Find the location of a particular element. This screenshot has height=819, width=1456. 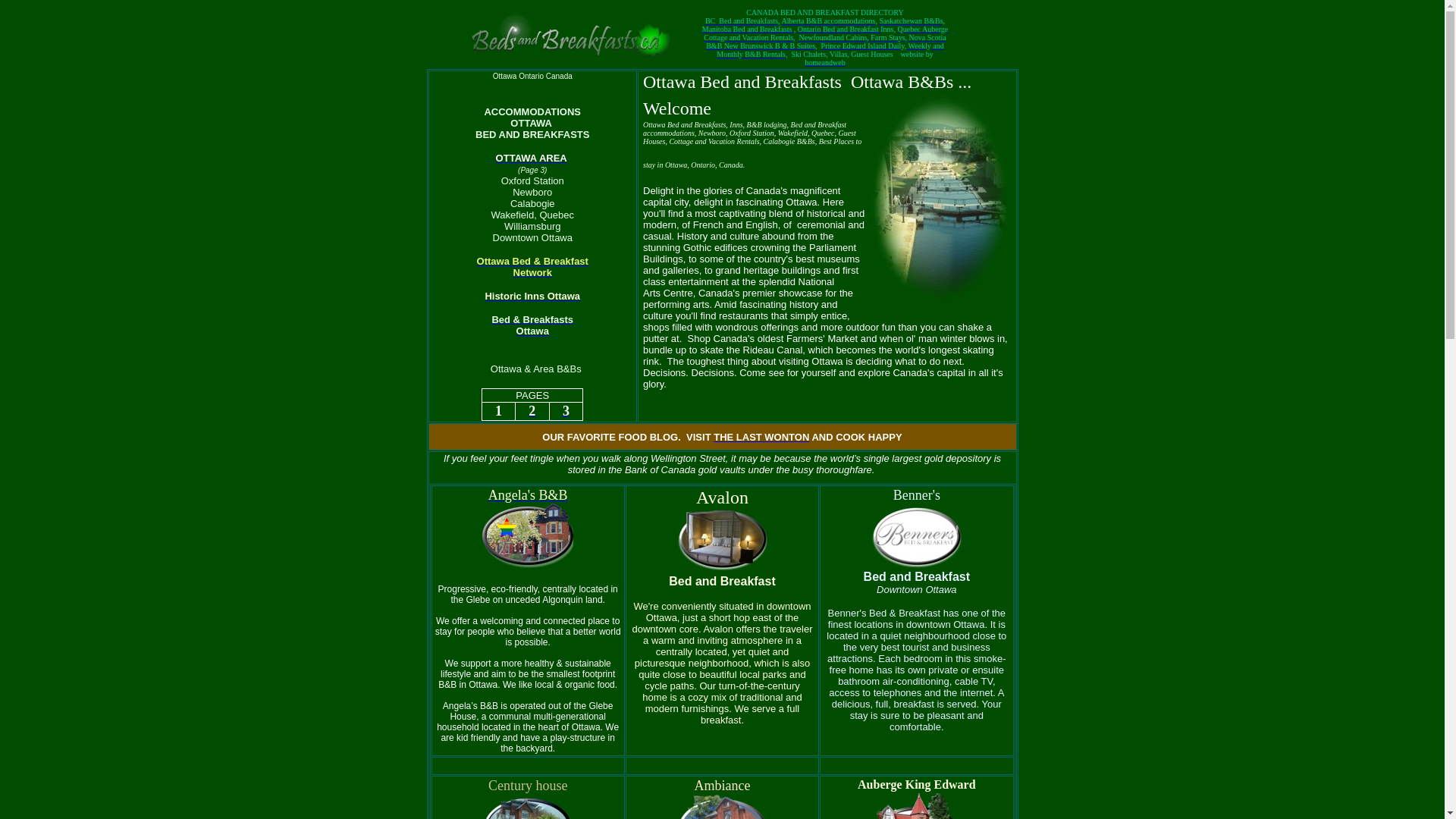

'istoric Inns Ottawa' is located at coordinates (491, 296).